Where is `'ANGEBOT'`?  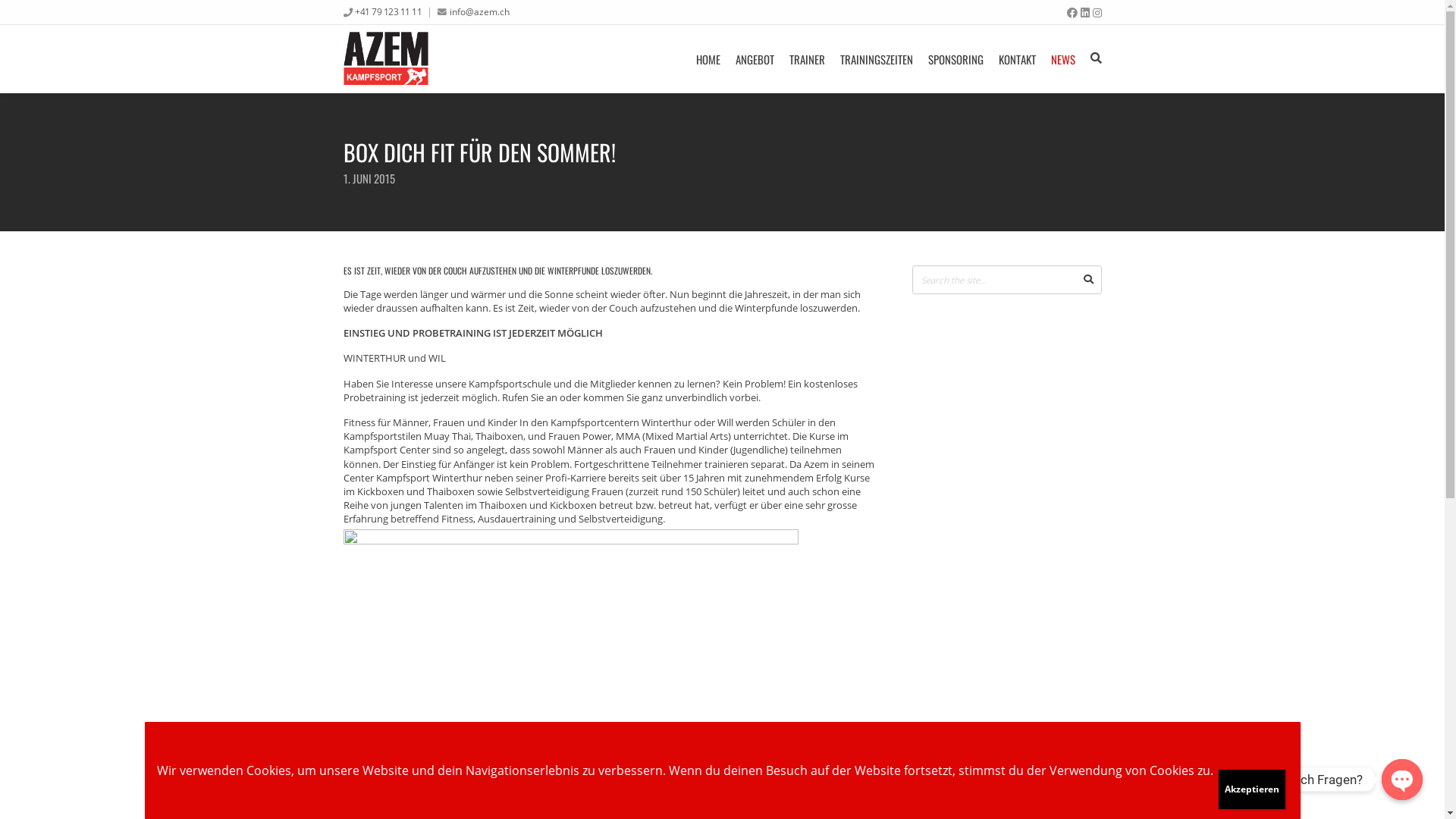 'ANGEBOT' is located at coordinates (728, 58).